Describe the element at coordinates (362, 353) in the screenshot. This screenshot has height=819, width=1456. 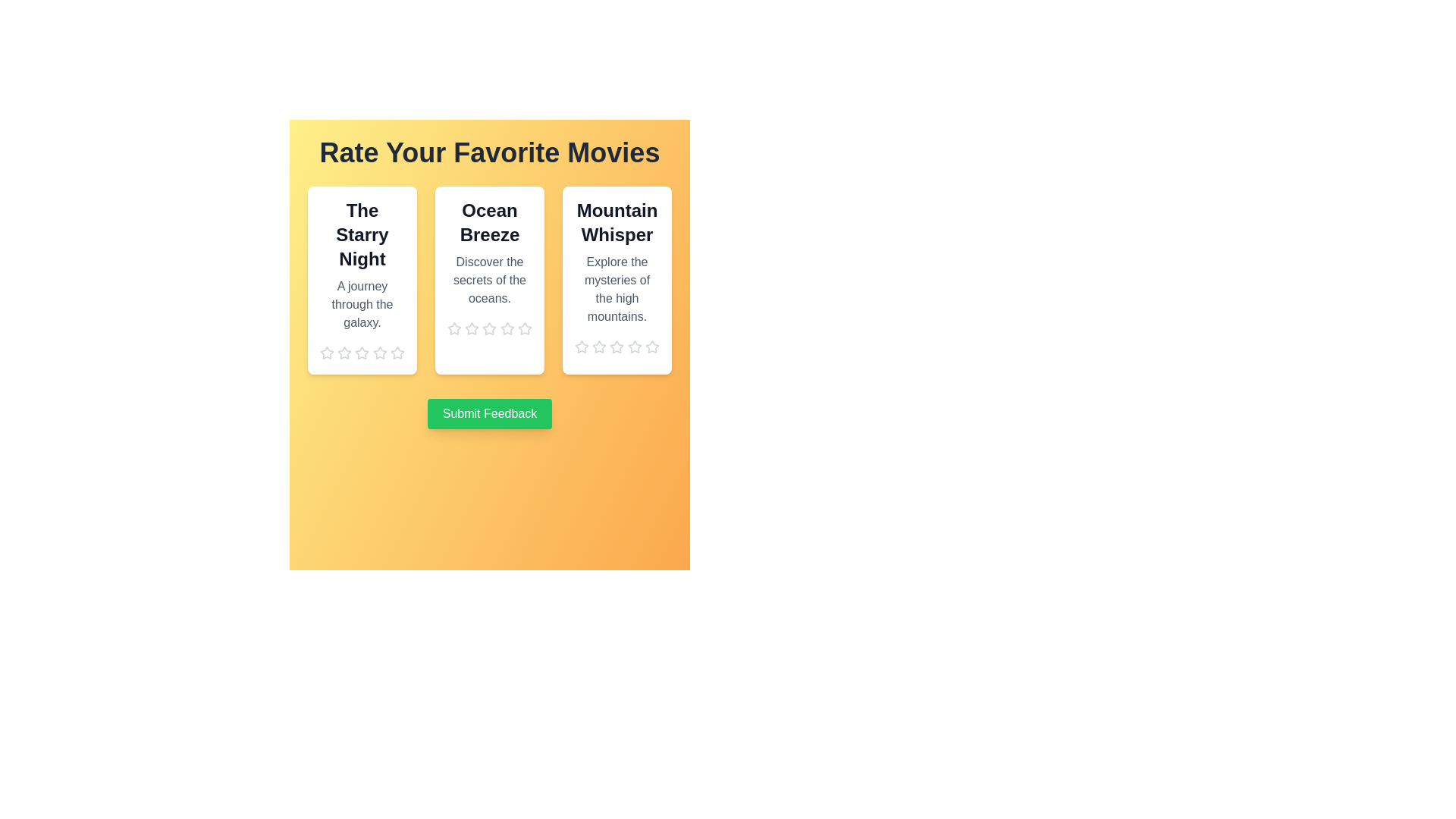
I see `the star corresponding to 3 stars to preview the rating` at that location.